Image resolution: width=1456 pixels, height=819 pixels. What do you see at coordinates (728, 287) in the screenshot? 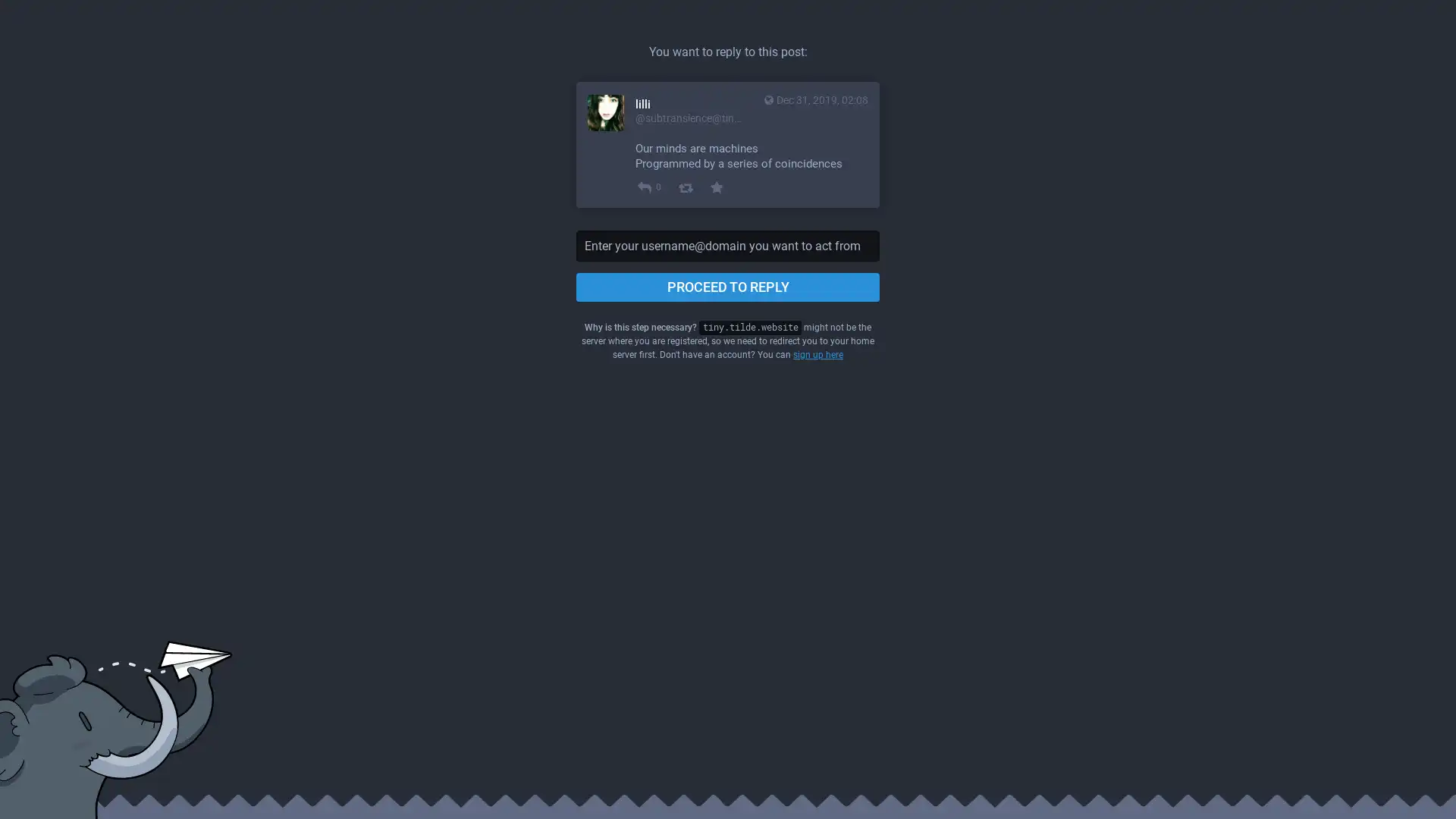
I see `PROCEED TO REPLY` at bounding box center [728, 287].